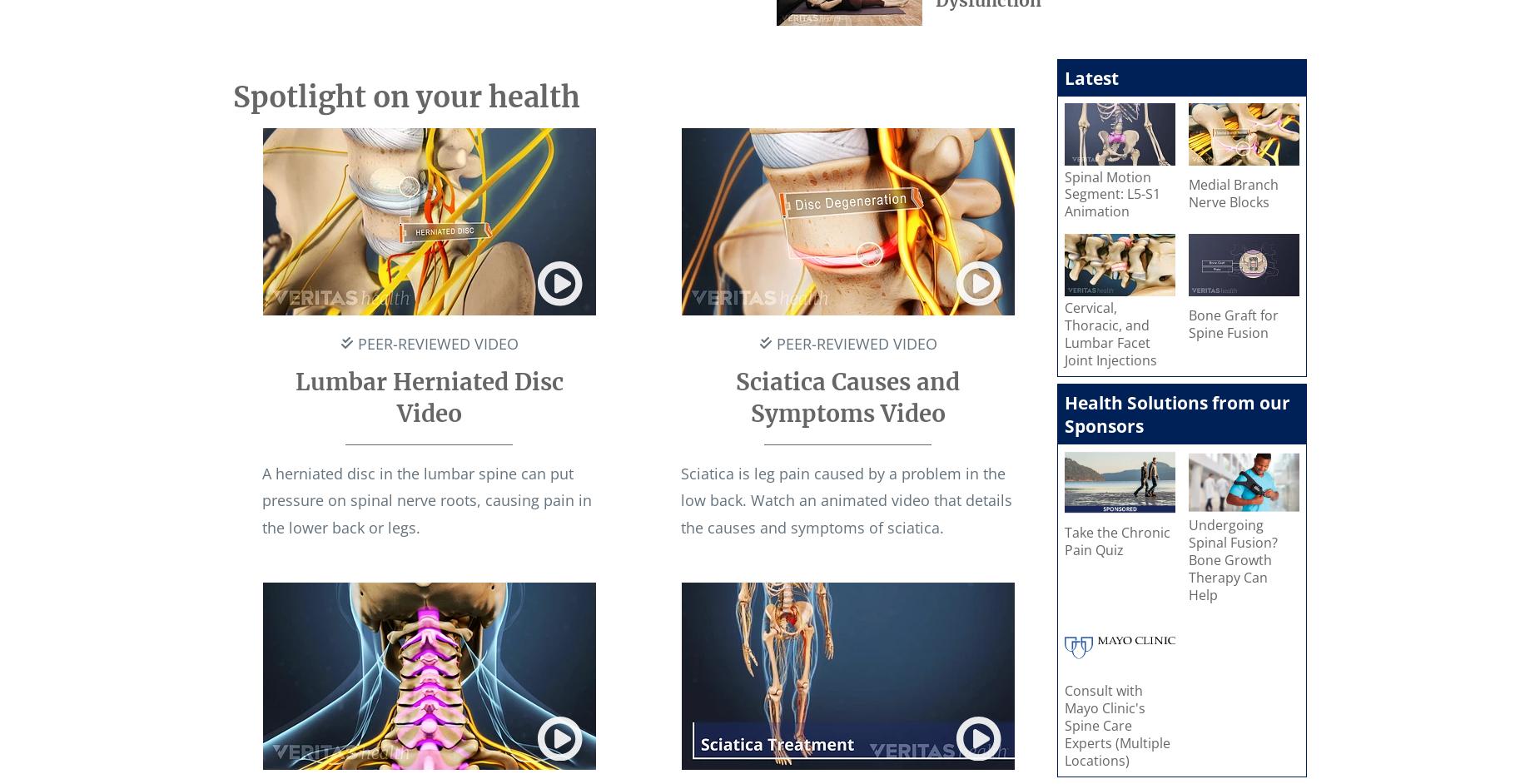 The height and width of the screenshot is (784, 1540). What do you see at coordinates (1110, 334) in the screenshot?
I see `'Cervical, Thoracic, and Lumbar Facet Joint Injections'` at bounding box center [1110, 334].